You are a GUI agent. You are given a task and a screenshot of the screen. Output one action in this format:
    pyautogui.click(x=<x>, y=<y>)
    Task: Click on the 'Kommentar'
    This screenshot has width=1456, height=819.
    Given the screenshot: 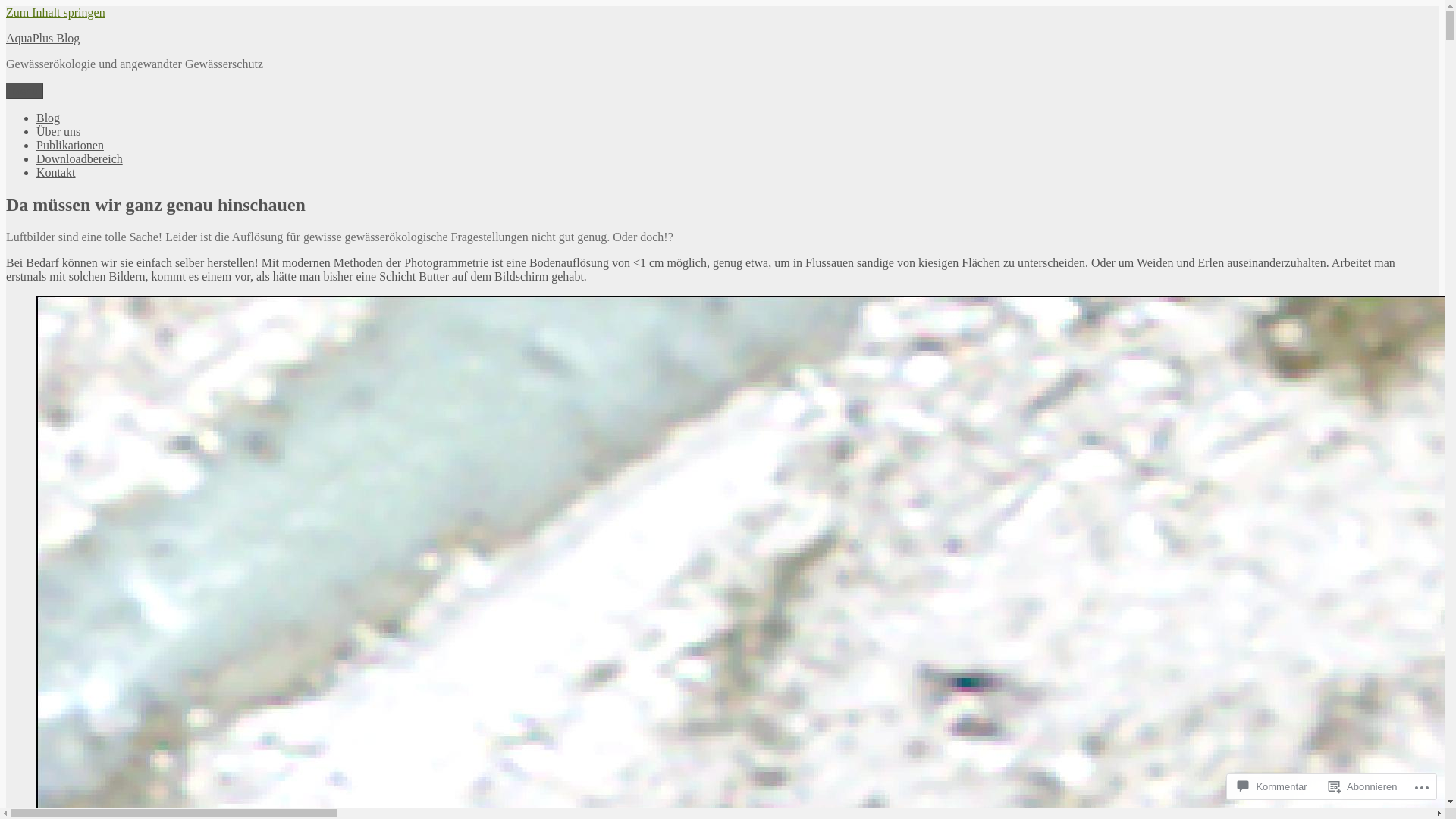 What is the action you would take?
    pyautogui.click(x=1272, y=786)
    